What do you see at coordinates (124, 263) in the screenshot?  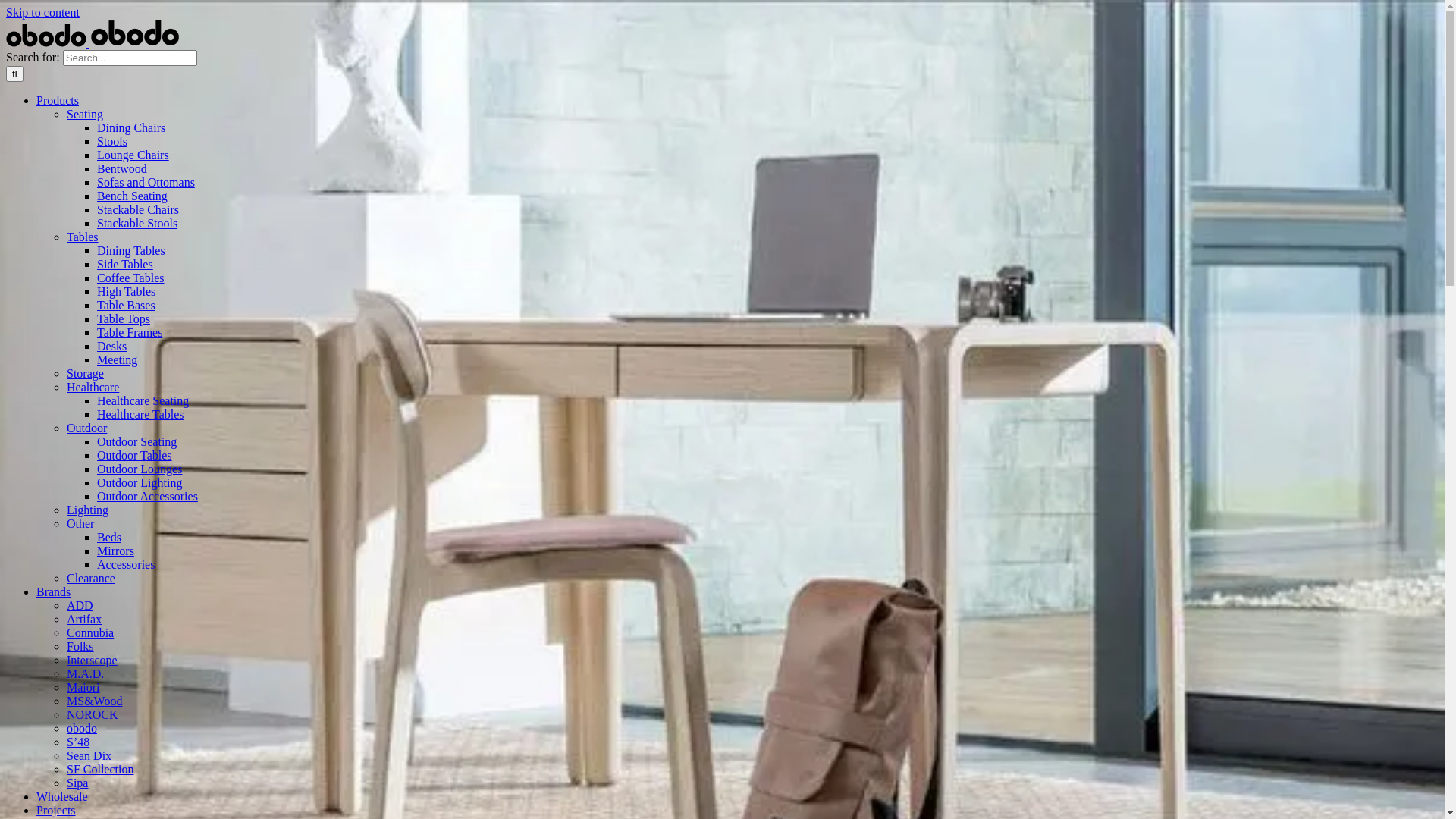 I see `'Side Tables'` at bounding box center [124, 263].